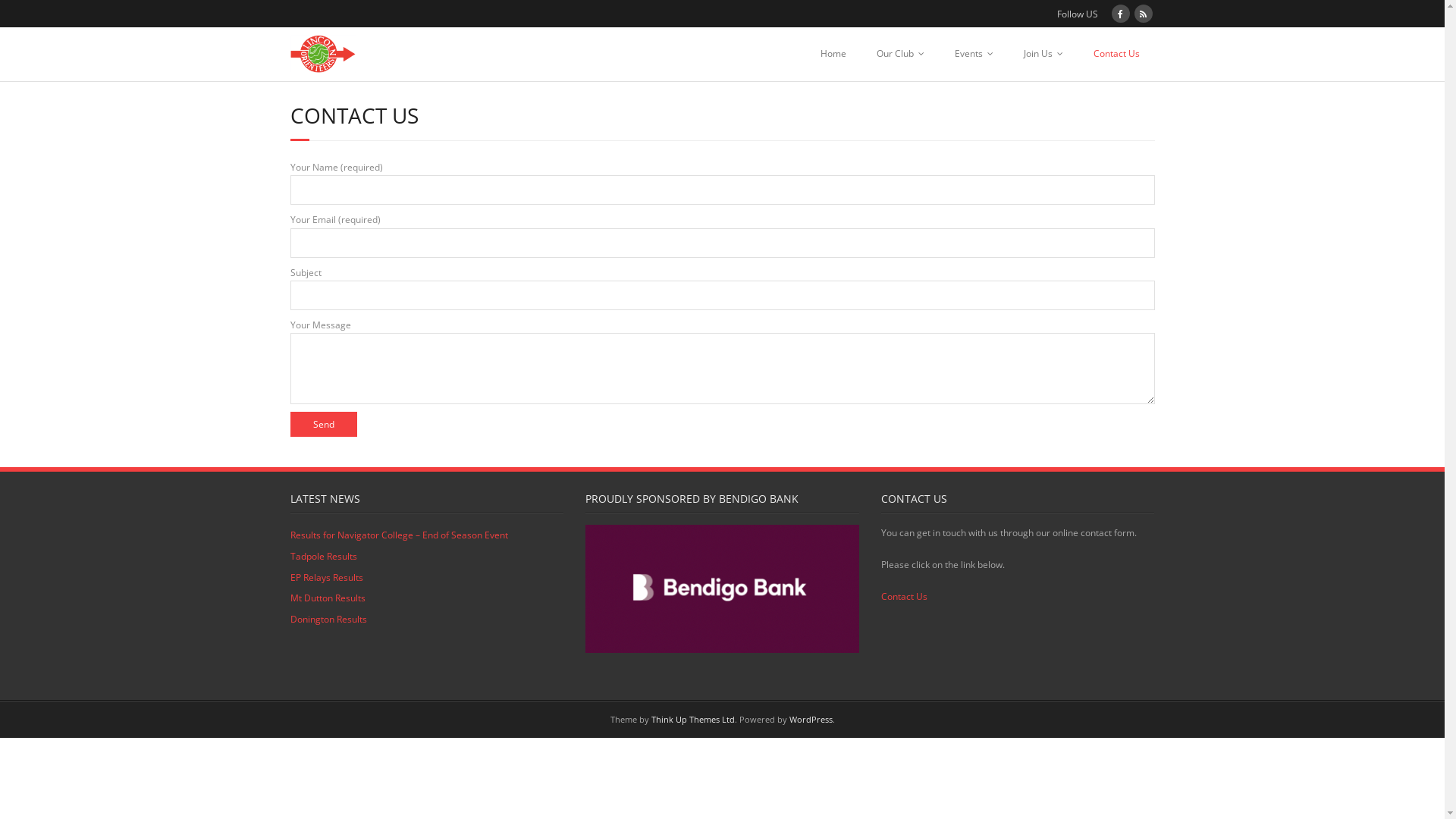  I want to click on 'Our Club', so click(900, 52).